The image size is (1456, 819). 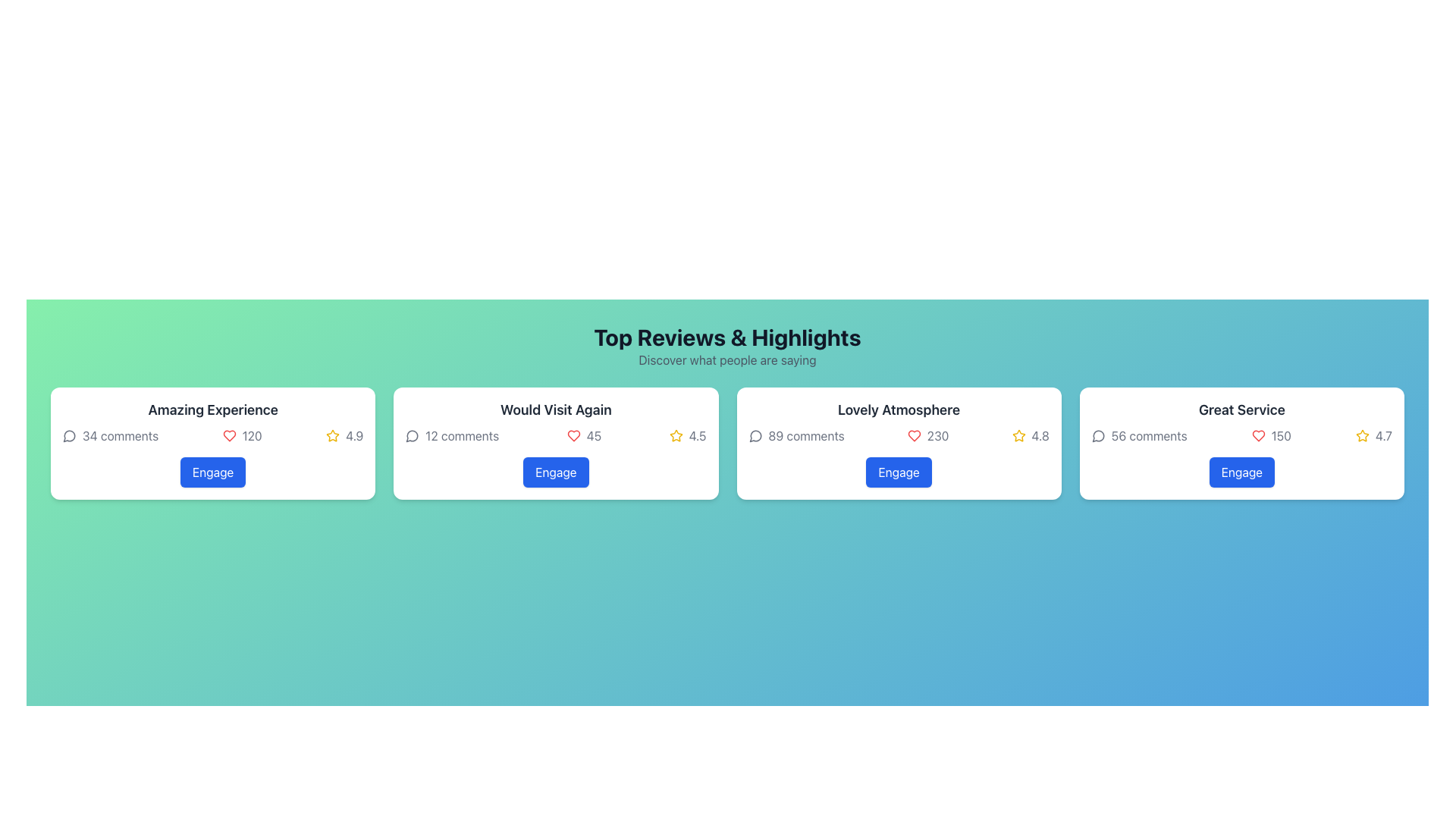 What do you see at coordinates (913, 435) in the screenshot?
I see `the heart icon indicating the 'like' or 'favorite' count in the 'Lovely Atmosphere' card` at bounding box center [913, 435].